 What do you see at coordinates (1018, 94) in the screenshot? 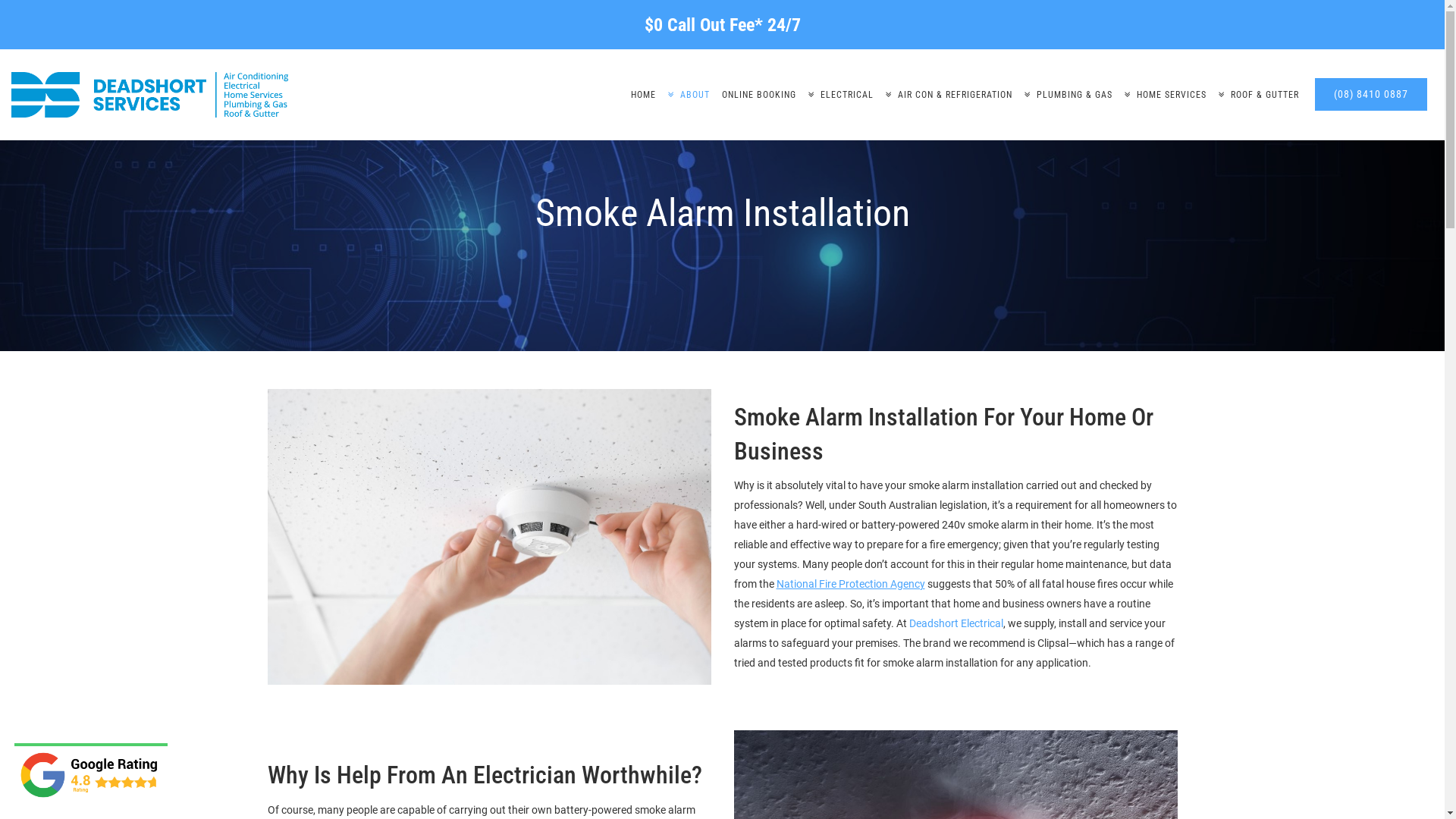
I see `'PLUMBING & GAS'` at bounding box center [1018, 94].